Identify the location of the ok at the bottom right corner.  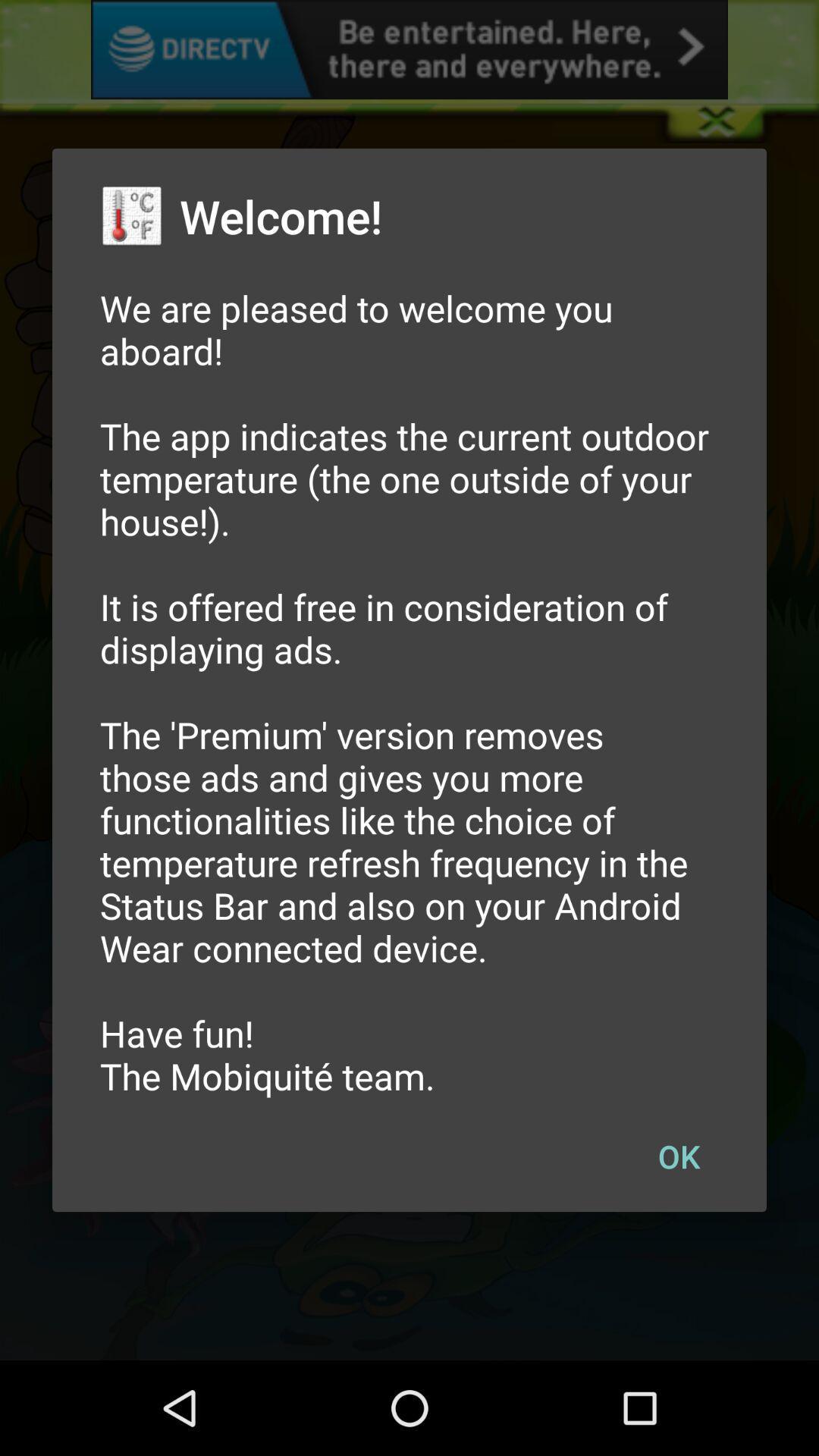
(678, 1155).